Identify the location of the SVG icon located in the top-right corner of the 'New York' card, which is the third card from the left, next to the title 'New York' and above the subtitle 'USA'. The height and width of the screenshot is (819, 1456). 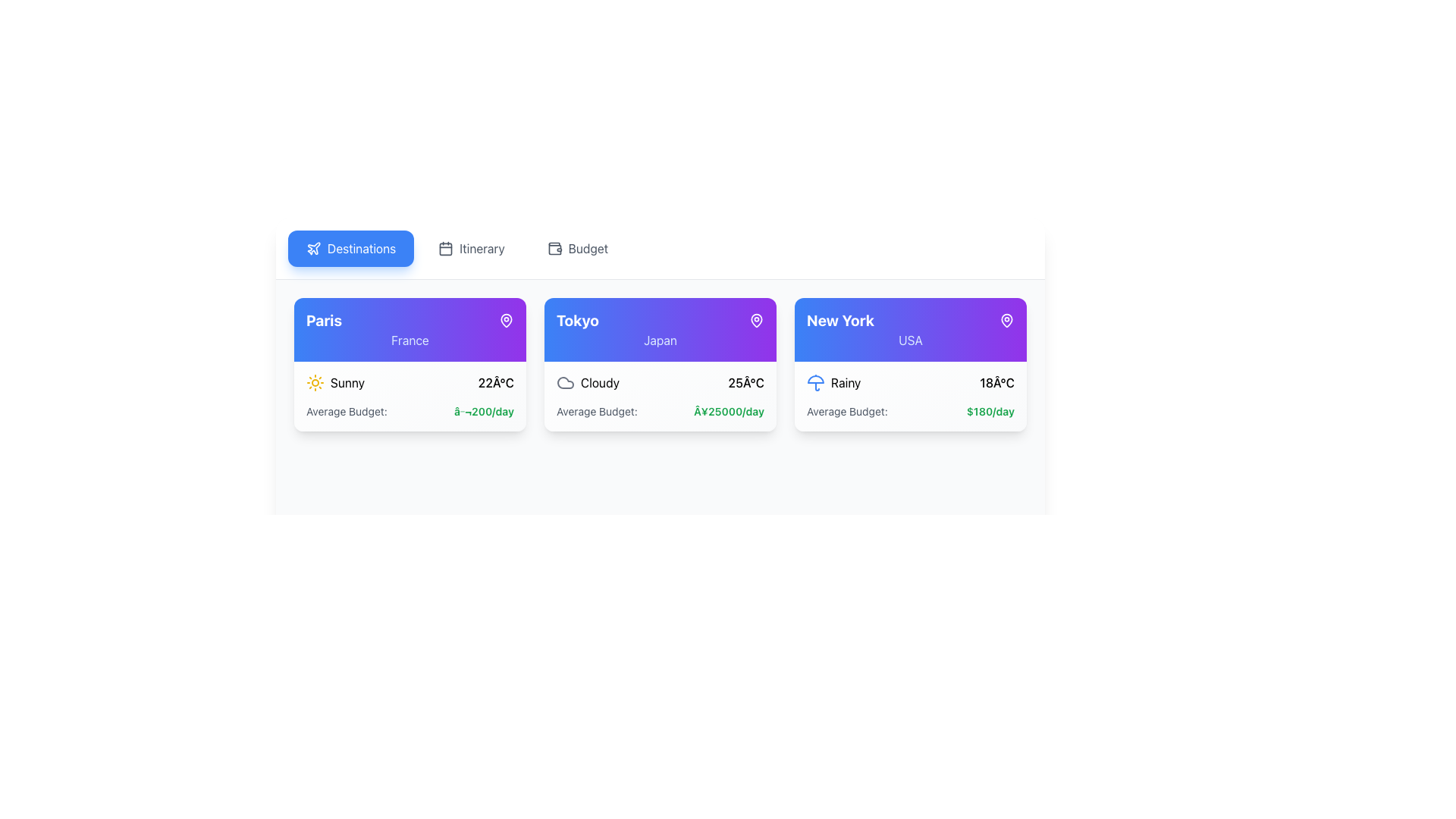
(1007, 320).